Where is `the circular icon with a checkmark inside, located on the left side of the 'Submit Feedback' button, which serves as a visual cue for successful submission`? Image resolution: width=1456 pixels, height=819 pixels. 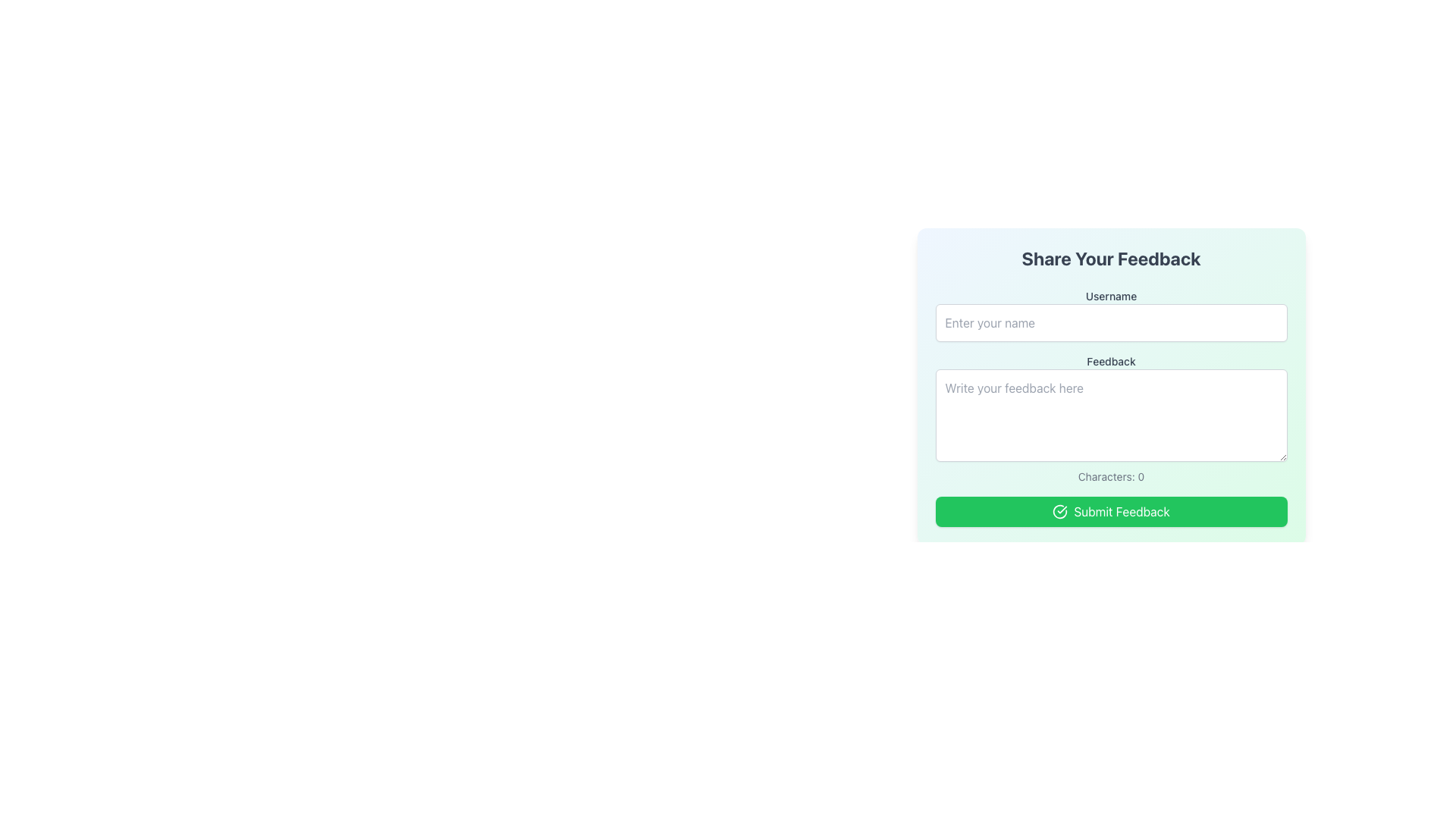 the circular icon with a checkmark inside, located on the left side of the 'Submit Feedback' button, which serves as a visual cue for successful submission is located at coordinates (1059, 512).